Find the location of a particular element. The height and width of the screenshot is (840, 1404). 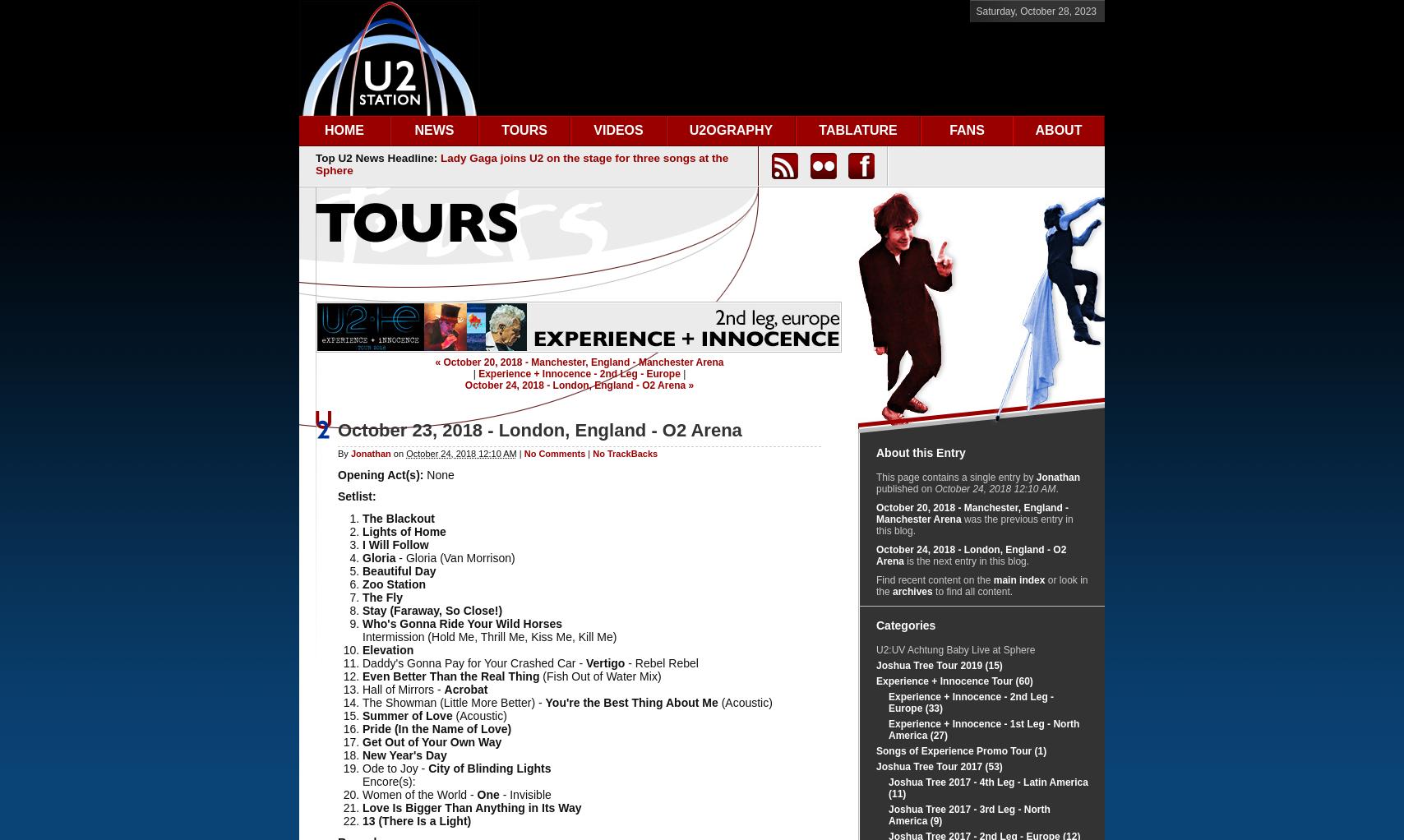

'Pride (In the Name of Love)' is located at coordinates (436, 727).